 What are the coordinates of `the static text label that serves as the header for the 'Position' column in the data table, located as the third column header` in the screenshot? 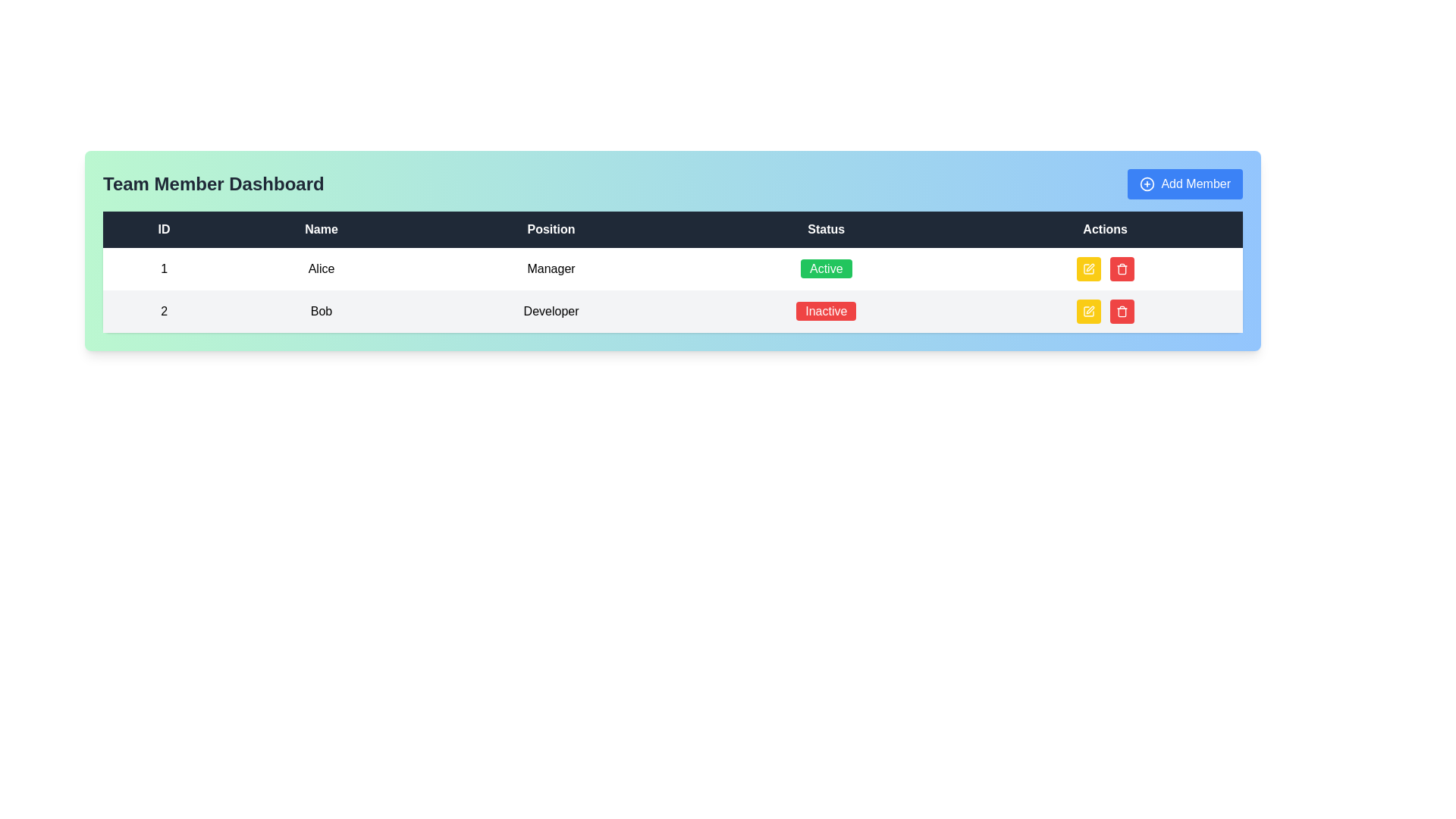 It's located at (551, 230).